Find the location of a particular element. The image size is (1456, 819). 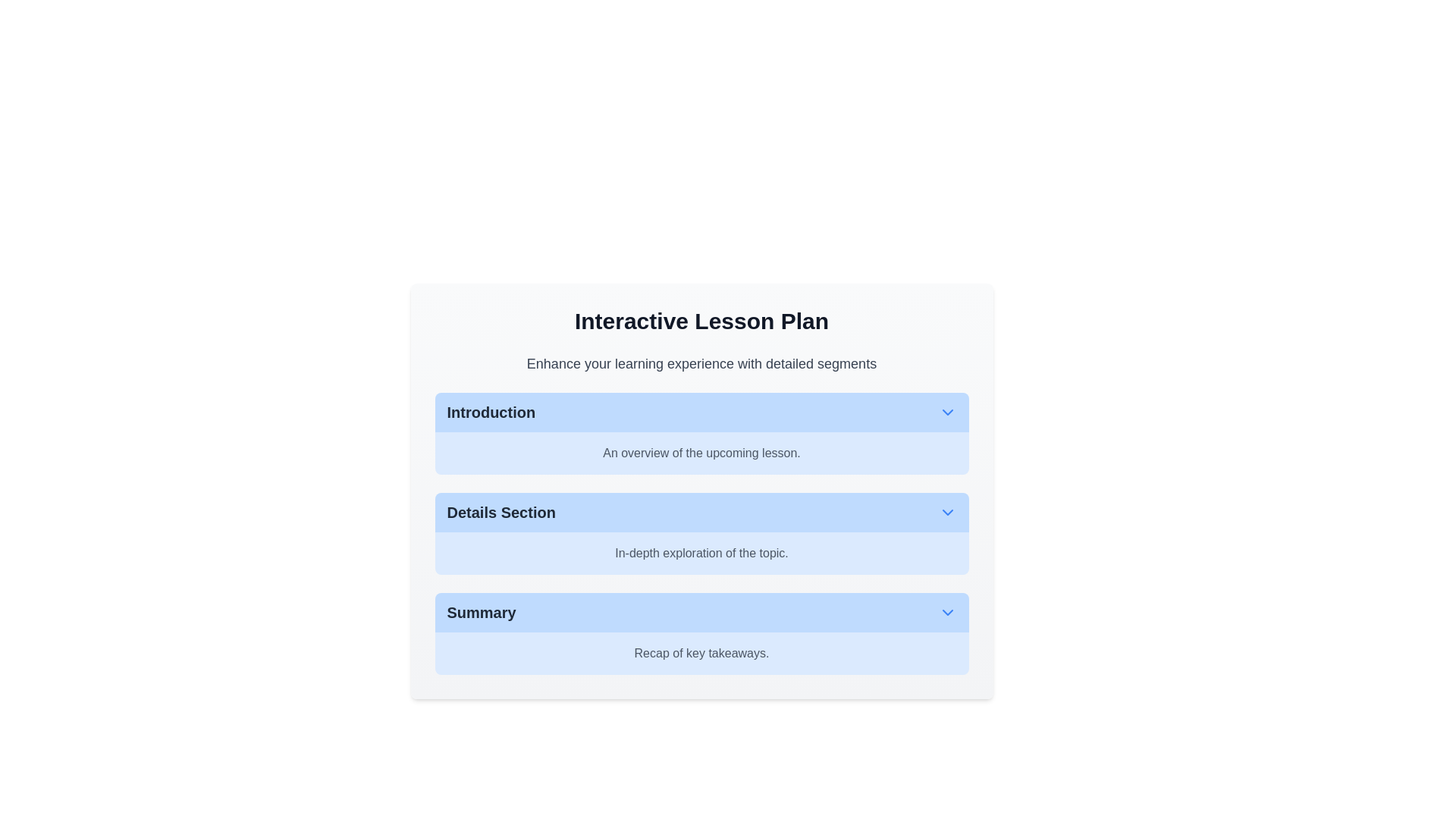

the text label that reads 'An overview of the upcoming lesson.' which is styled in gray and located within the blue card labeled 'Introduction.' is located at coordinates (701, 452).